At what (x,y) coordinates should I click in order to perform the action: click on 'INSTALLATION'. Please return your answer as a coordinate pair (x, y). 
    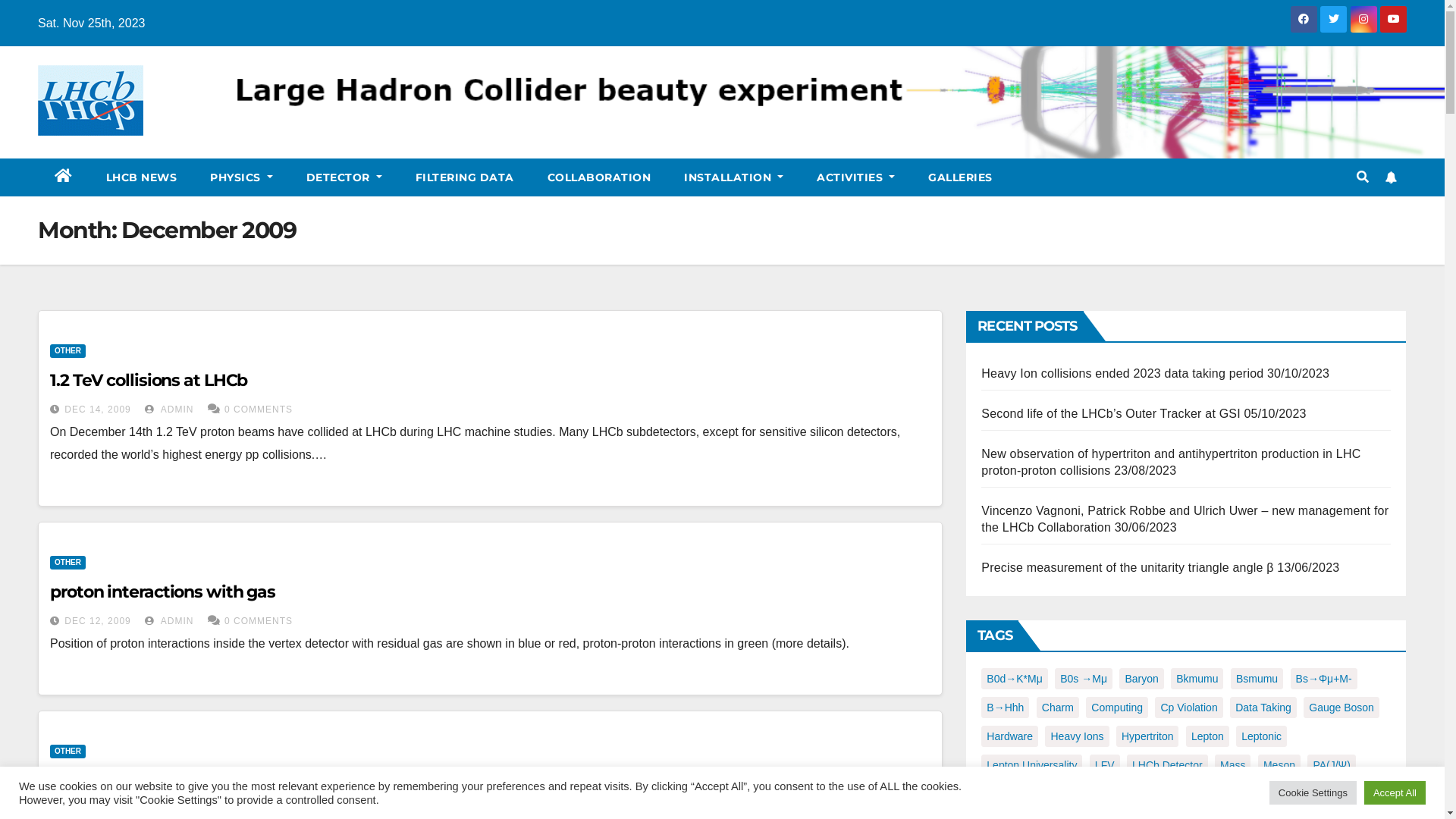
    Looking at the image, I should click on (667, 177).